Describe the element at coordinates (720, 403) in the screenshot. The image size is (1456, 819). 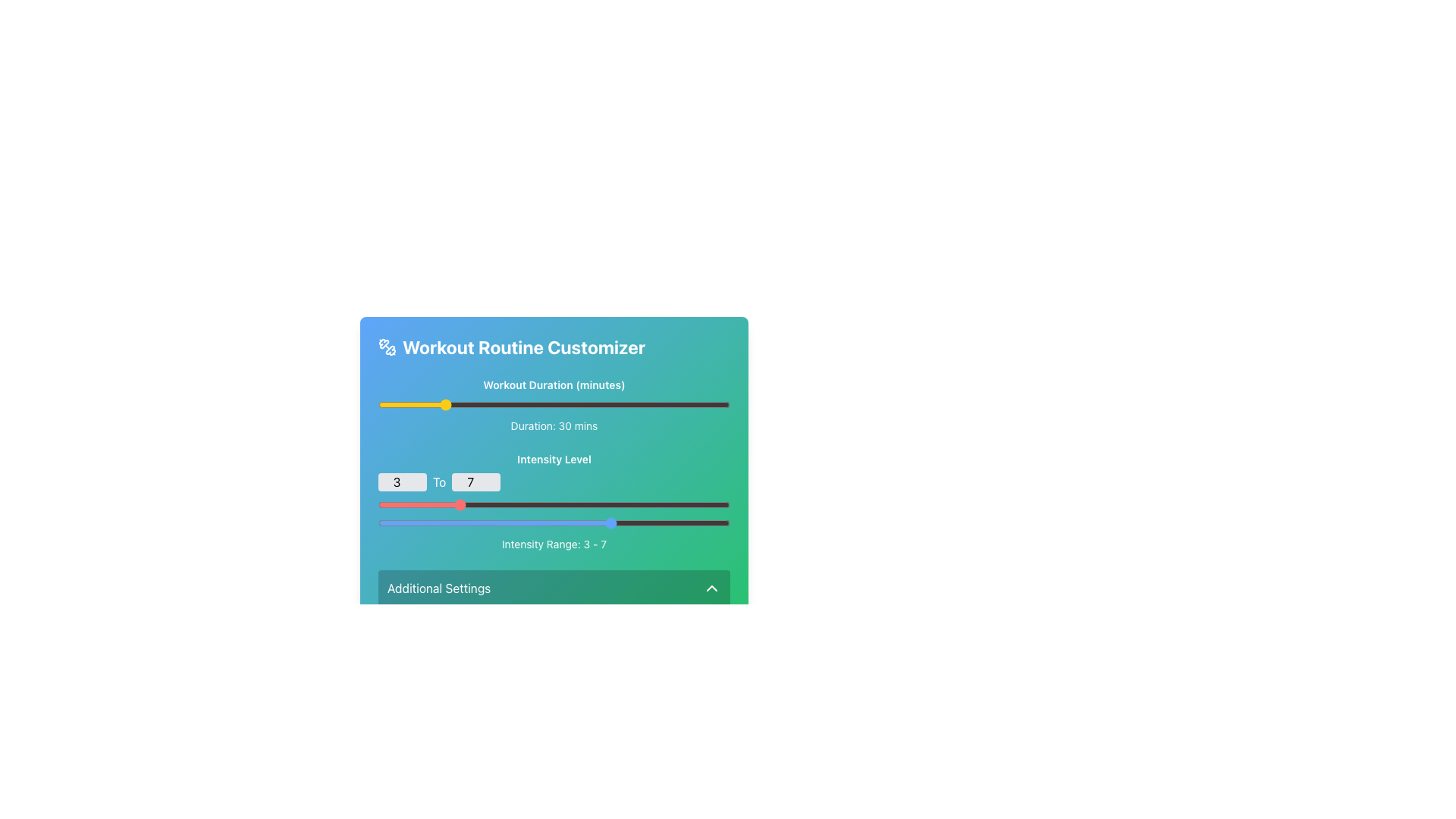
I see `workout duration` at that location.